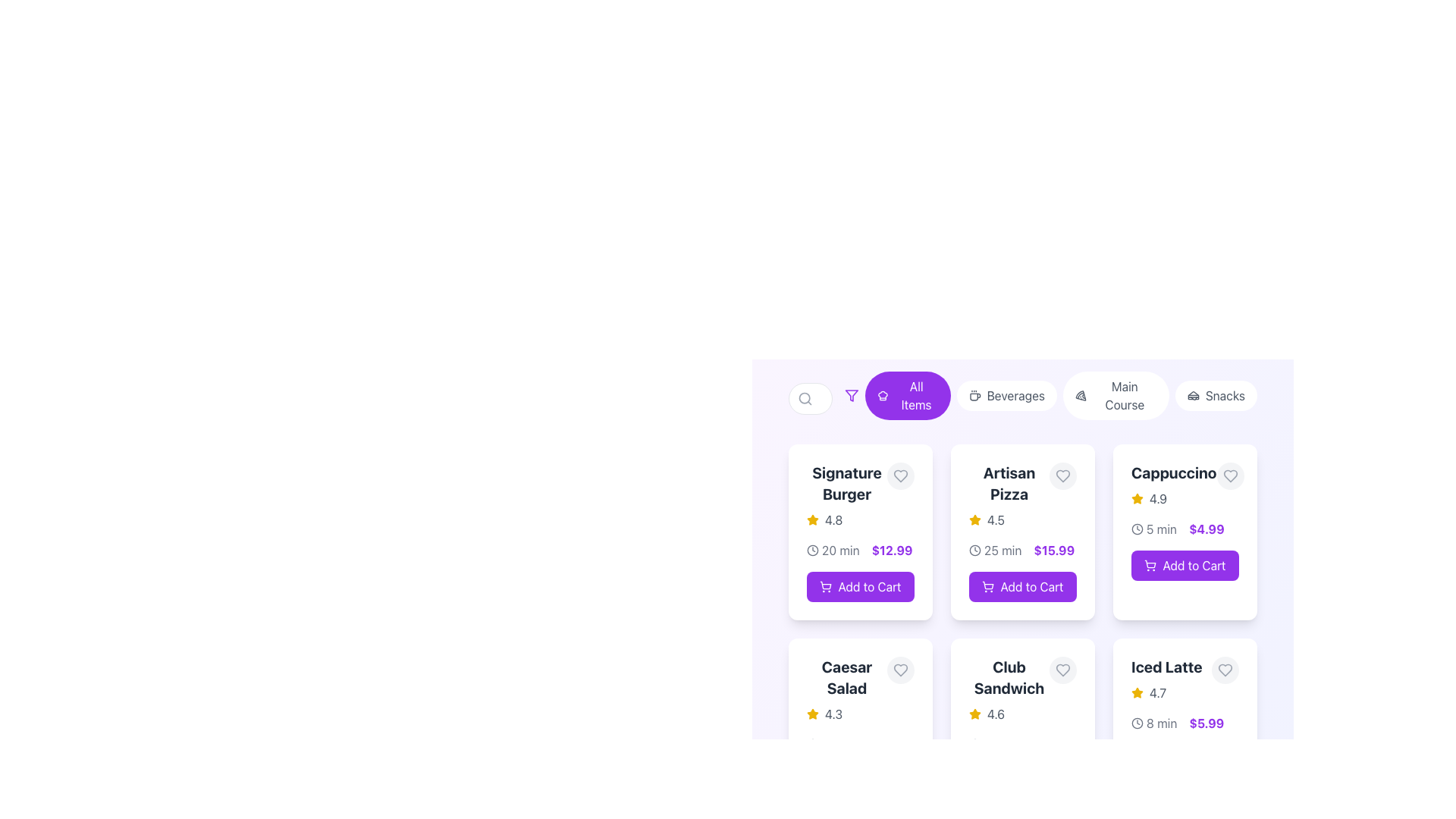  Describe the element at coordinates (1150, 564) in the screenshot. I see `the shopping cart icon located in the 'Add to Cart' button on the card titled 'Cappuccino'` at that location.